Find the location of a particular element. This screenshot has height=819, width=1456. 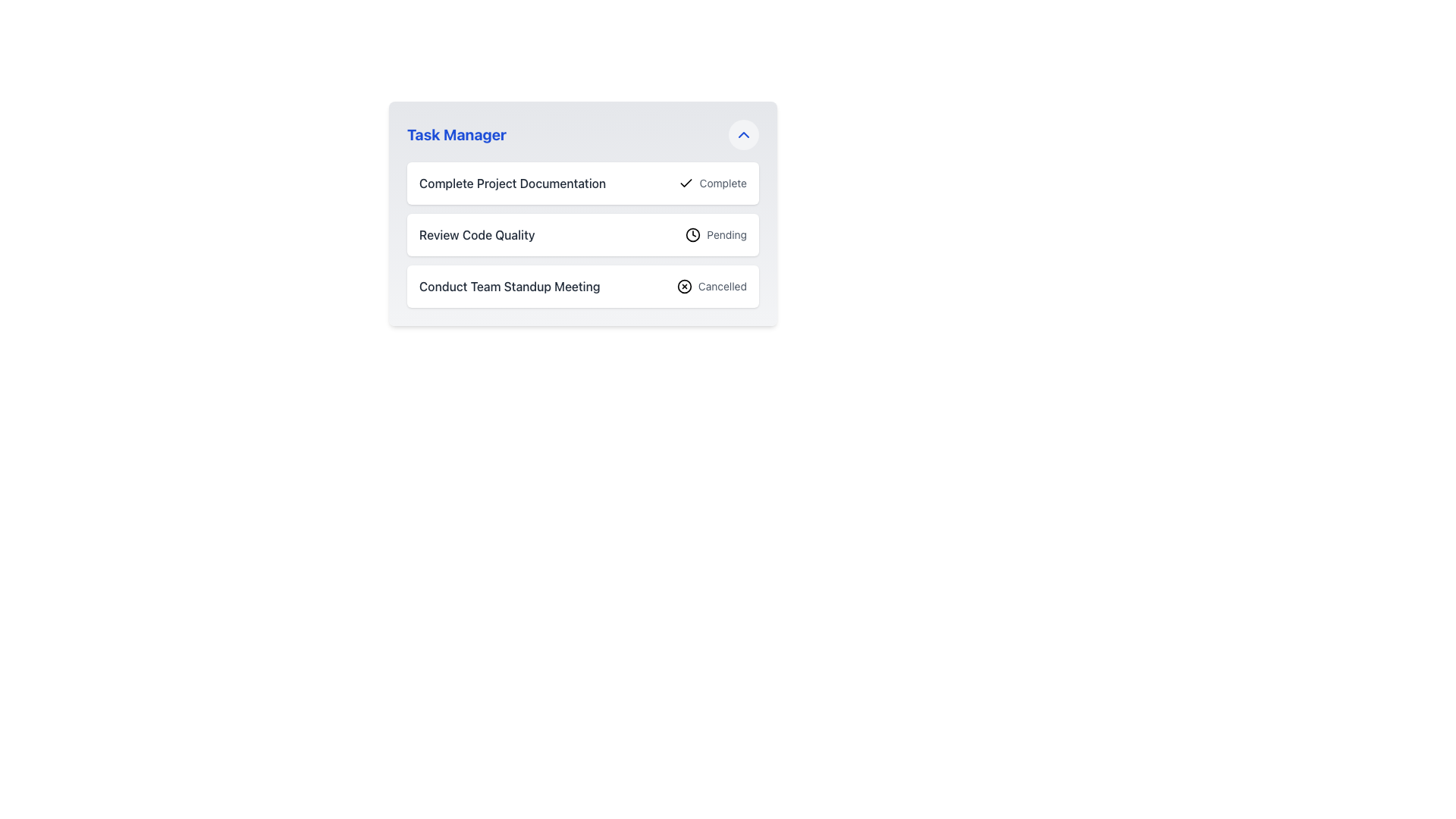

the text label indicating 'Pending' status is located at coordinates (726, 234).